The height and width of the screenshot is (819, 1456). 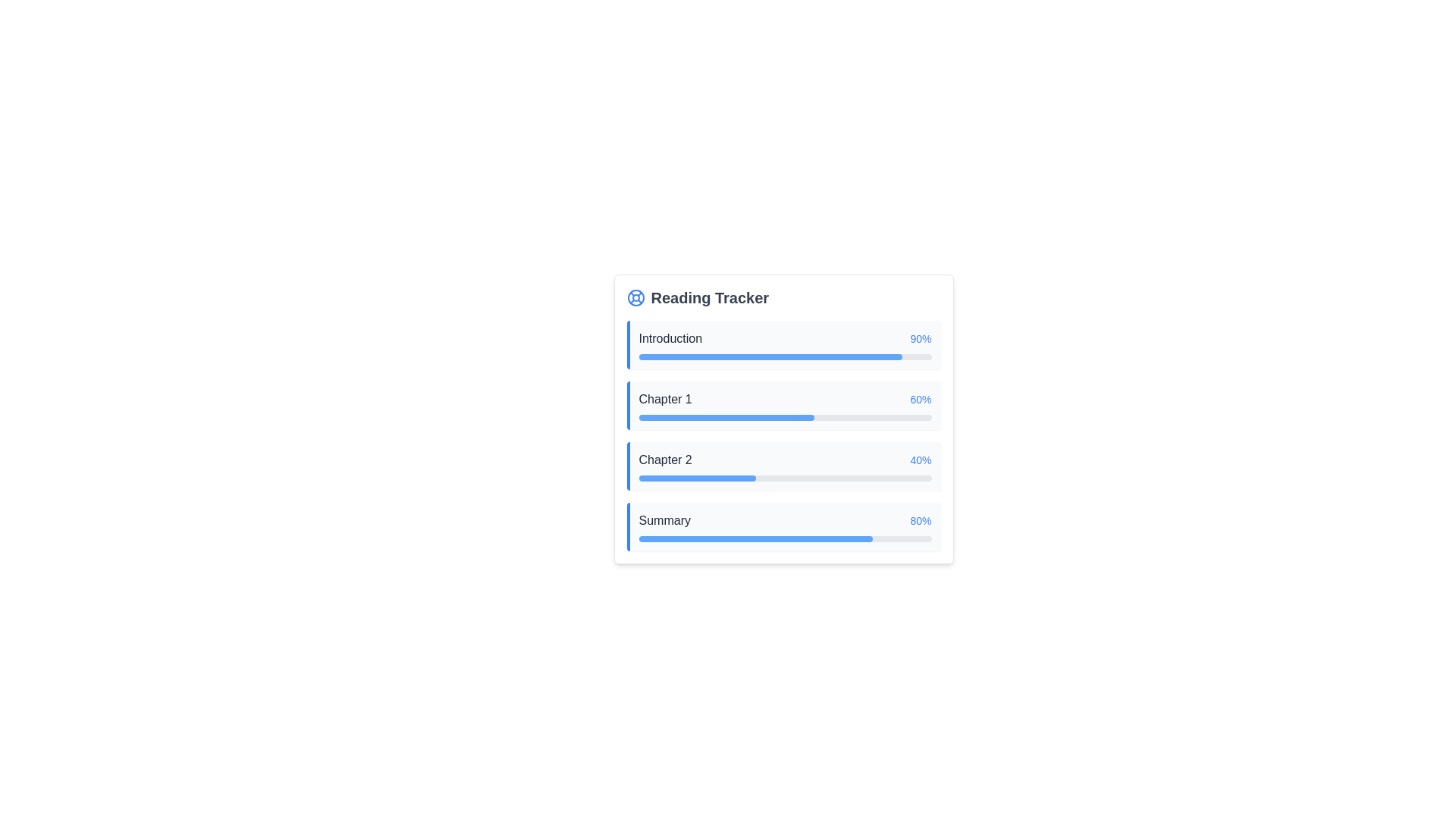 I want to click on the text label indicating a specific section or chapter in the reading tracker interface, located second from the top and positioned to the left of the progress percentage, so click(x=665, y=399).